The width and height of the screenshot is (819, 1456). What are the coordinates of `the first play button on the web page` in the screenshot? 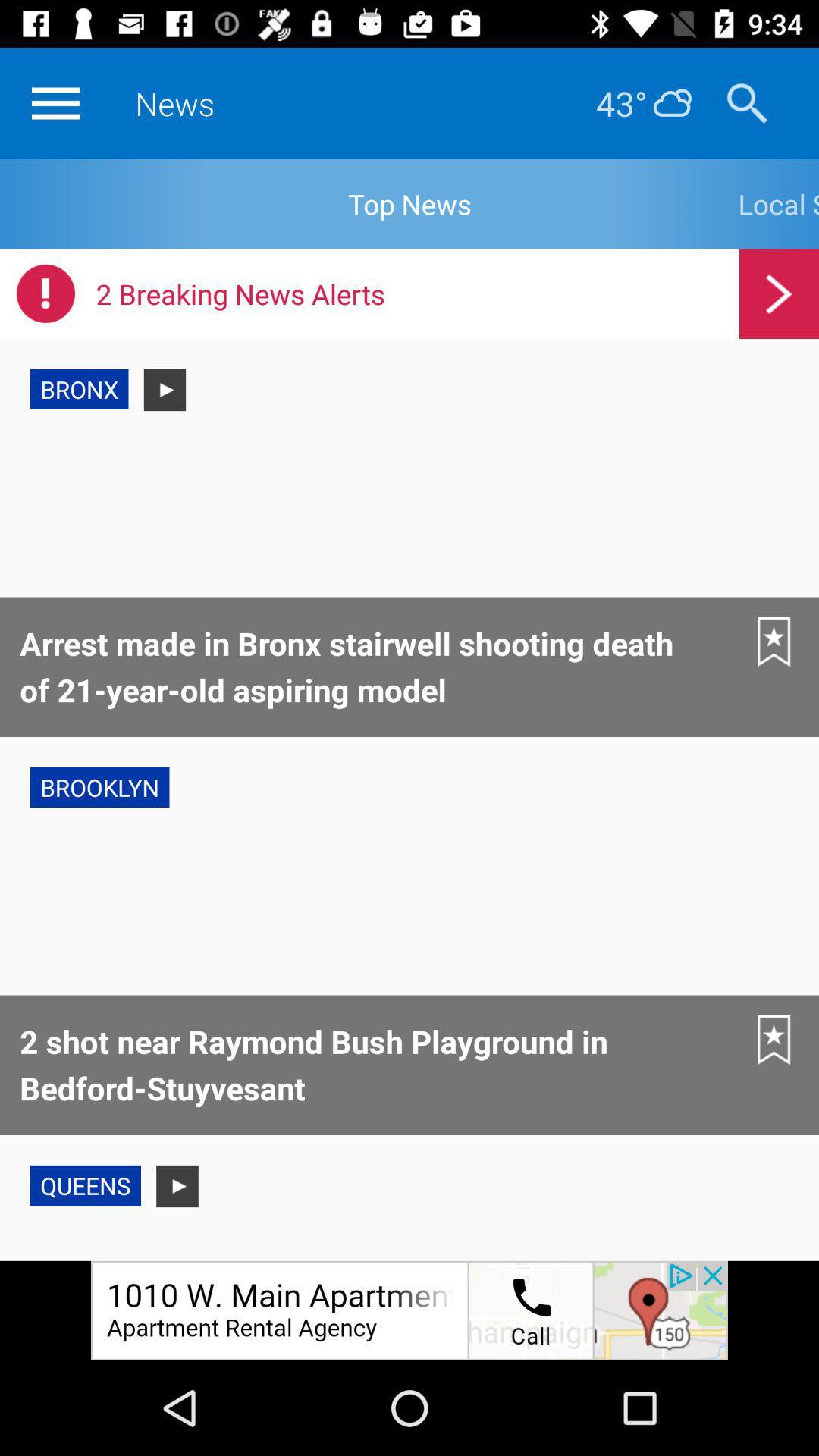 It's located at (165, 390).